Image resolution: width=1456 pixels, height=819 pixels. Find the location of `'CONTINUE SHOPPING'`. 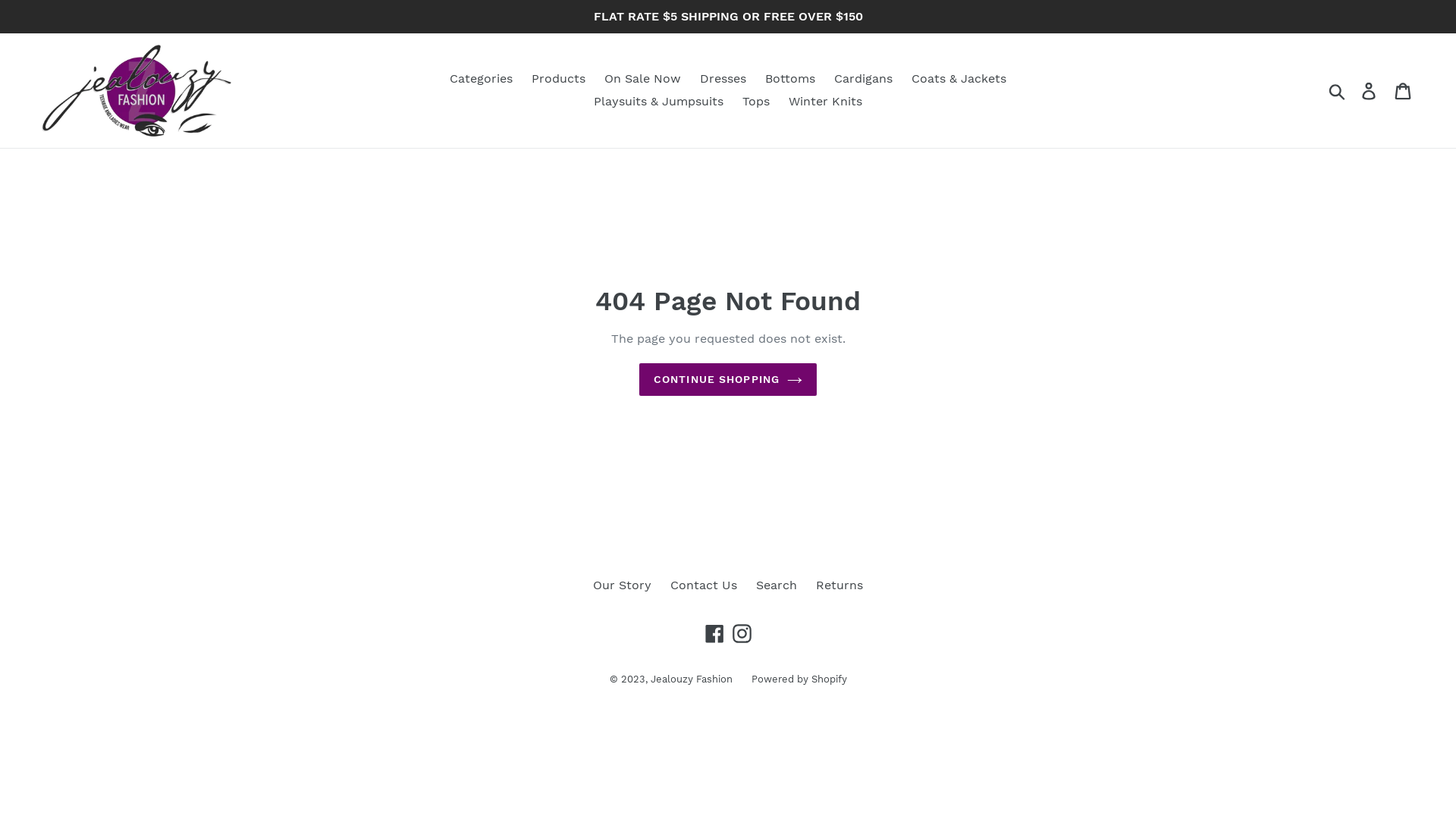

'CONTINUE SHOPPING' is located at coordinates (728, 378).